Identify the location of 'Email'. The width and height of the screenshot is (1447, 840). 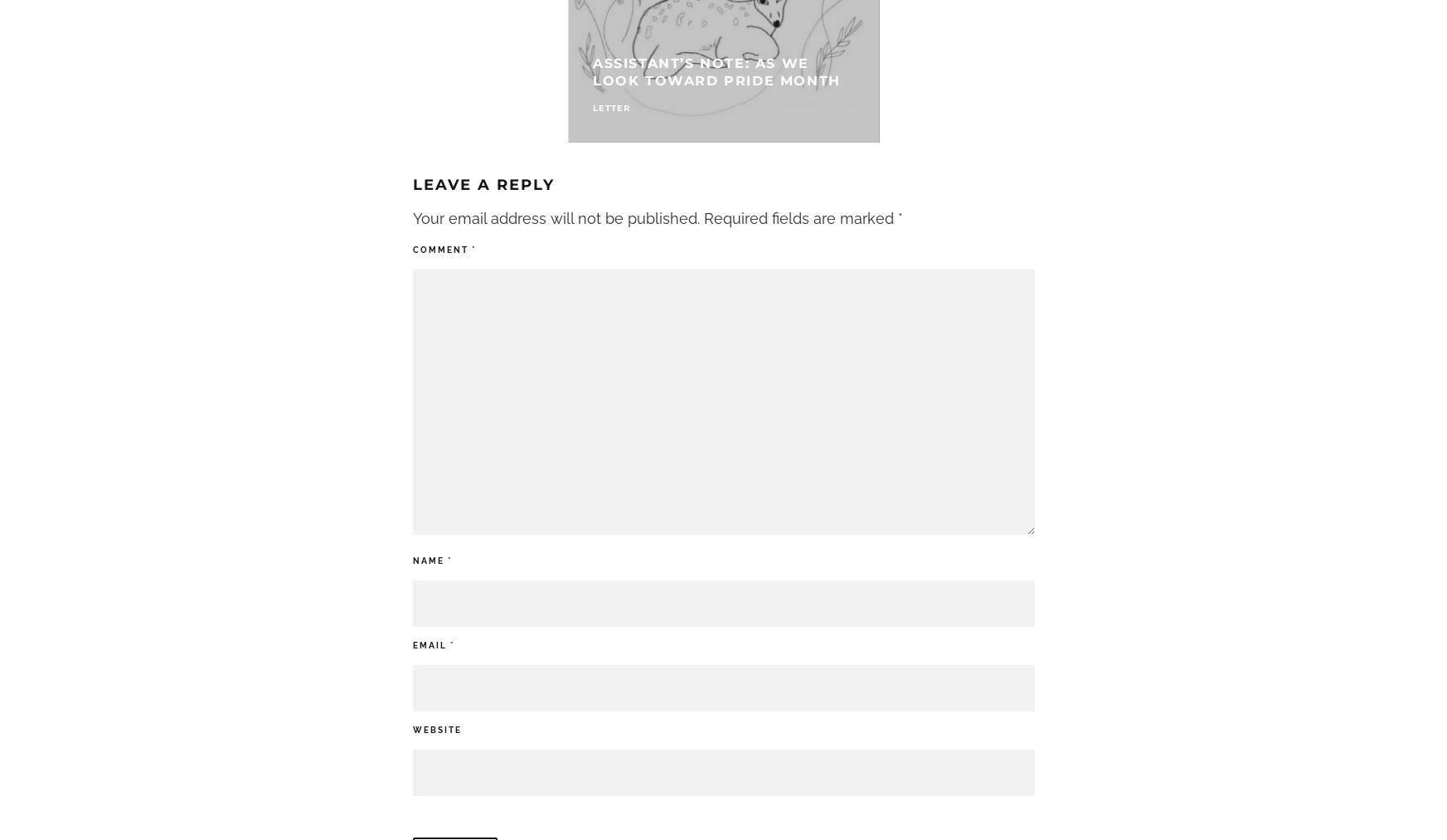
(430, 644).